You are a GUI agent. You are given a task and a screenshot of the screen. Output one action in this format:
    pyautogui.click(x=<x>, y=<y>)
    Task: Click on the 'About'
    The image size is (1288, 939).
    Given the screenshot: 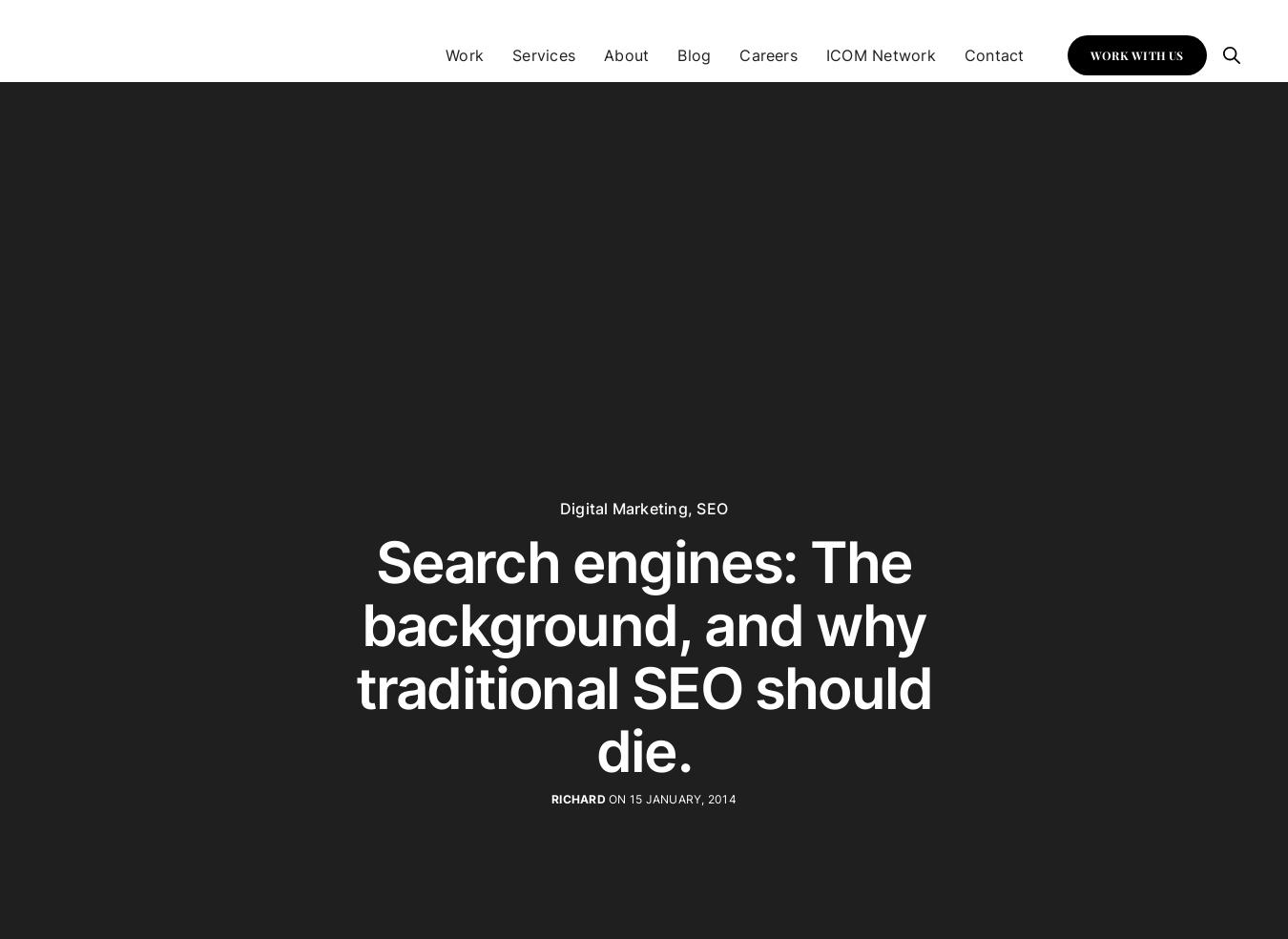 What is the action you would take?
    pyautogui.click(x=626, y=53)
    